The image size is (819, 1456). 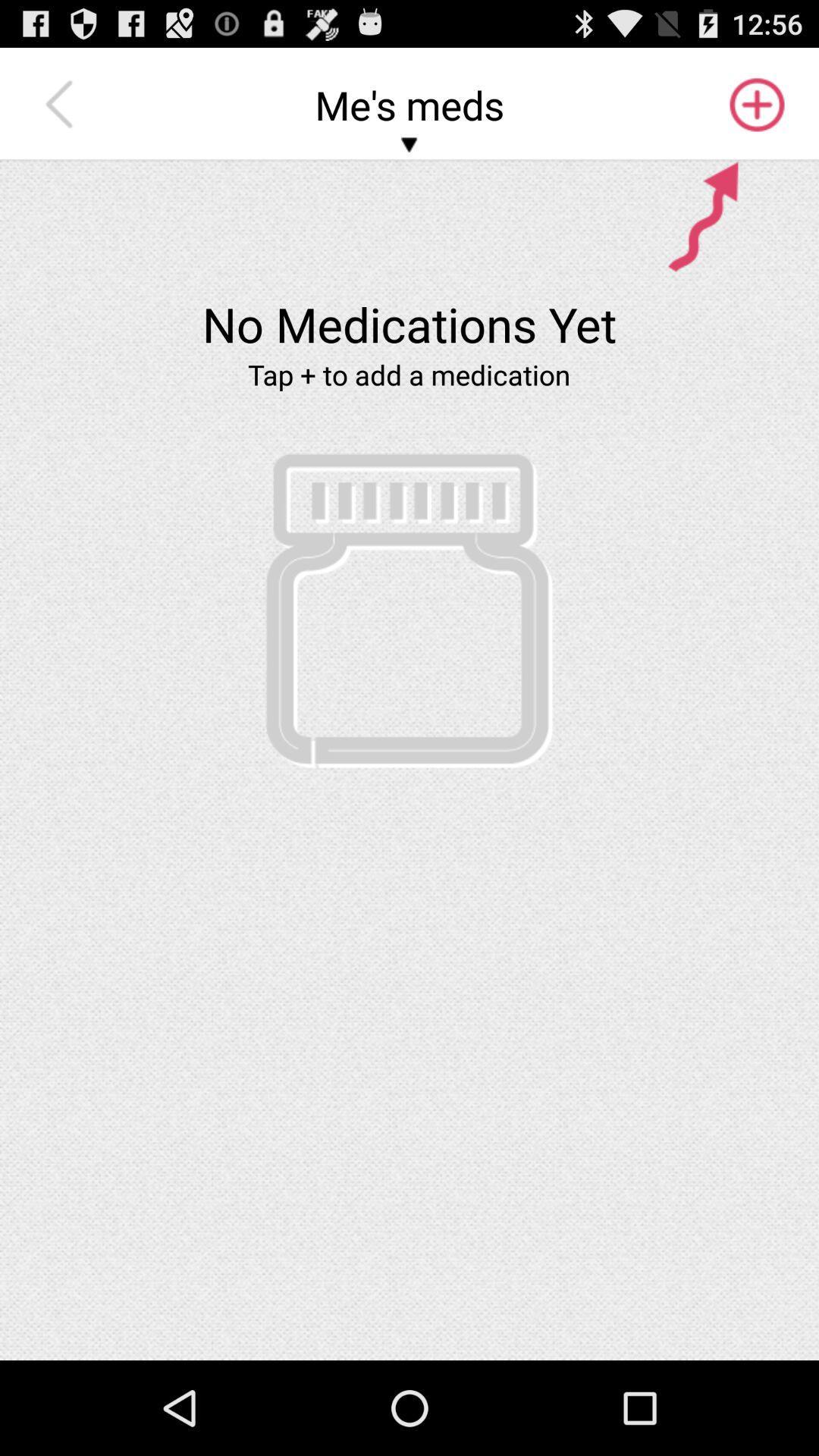 I want to click on the icon to the right of me's meds, so click(x=755, y=104).